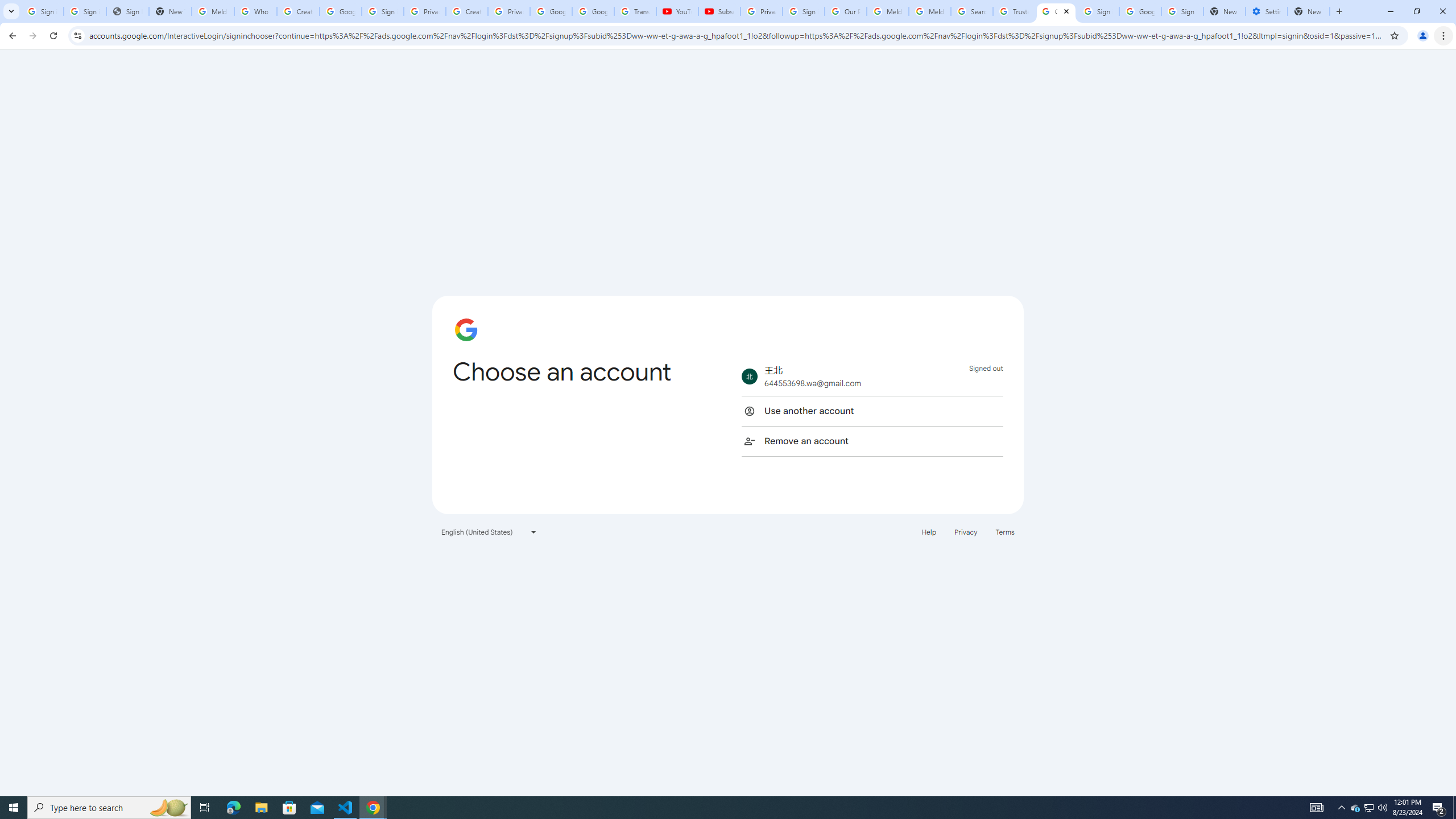 The image size is (1456, 819). Describe the element at coordinates (1416, 11) in the screenshot. I see `'Restore'` at that location.